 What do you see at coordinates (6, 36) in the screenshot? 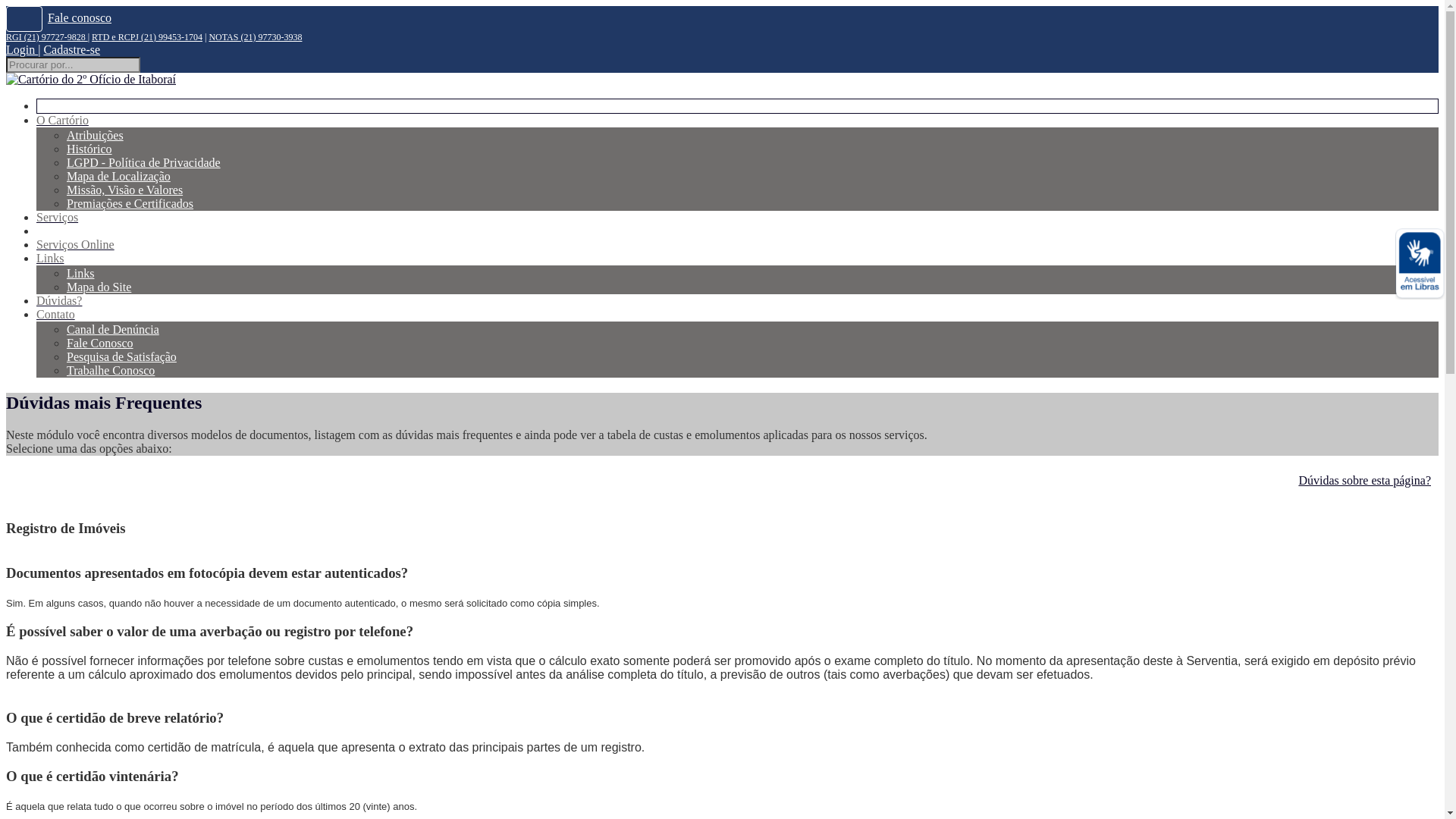
I see `'RGI (21) 97727-9828'` at bounding box center [6, 36].